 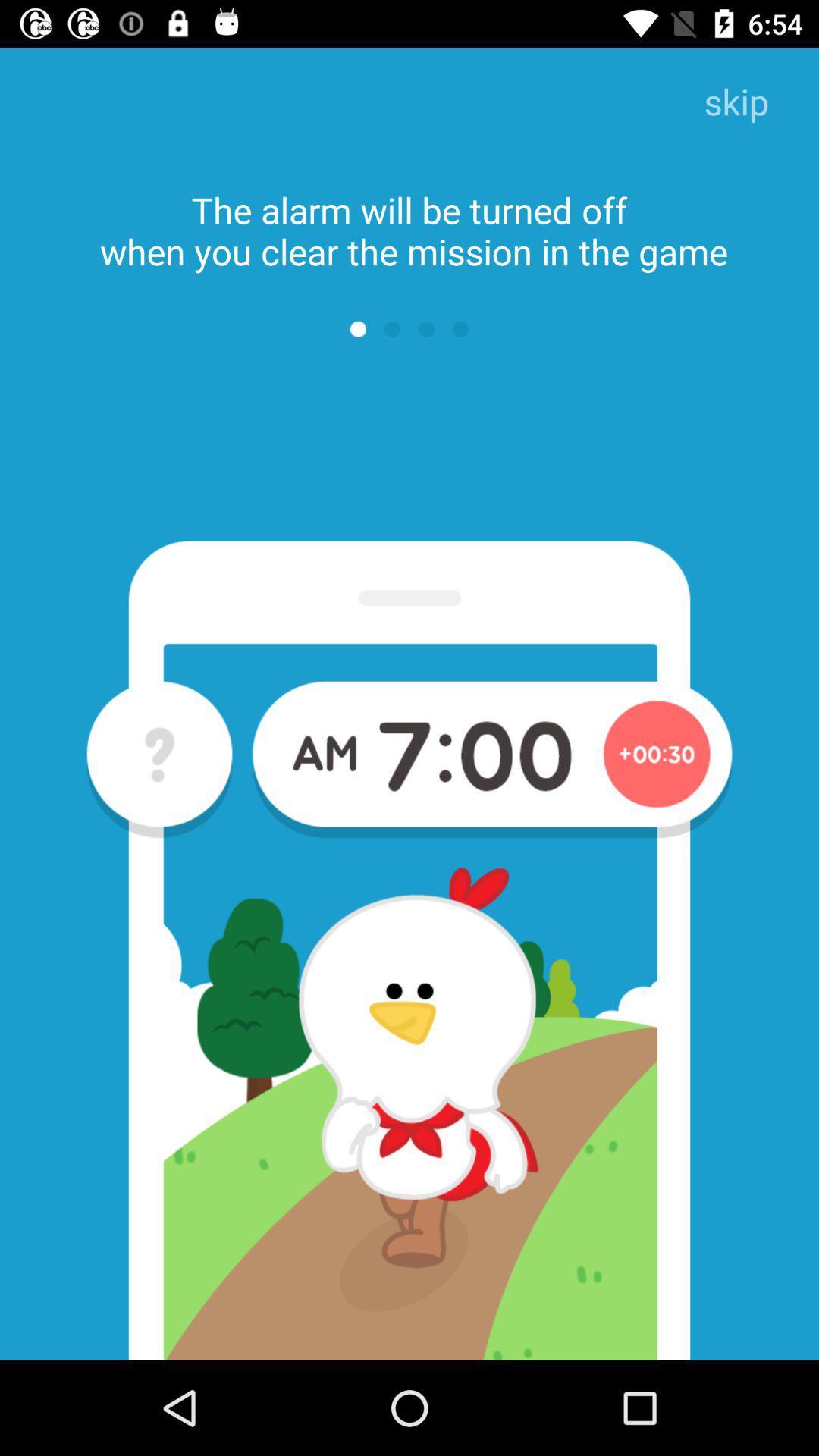 What do you see at coordinates (736, 102) in the screenshot?
I see `item at the top right corner` at bounding box center [736, 102].